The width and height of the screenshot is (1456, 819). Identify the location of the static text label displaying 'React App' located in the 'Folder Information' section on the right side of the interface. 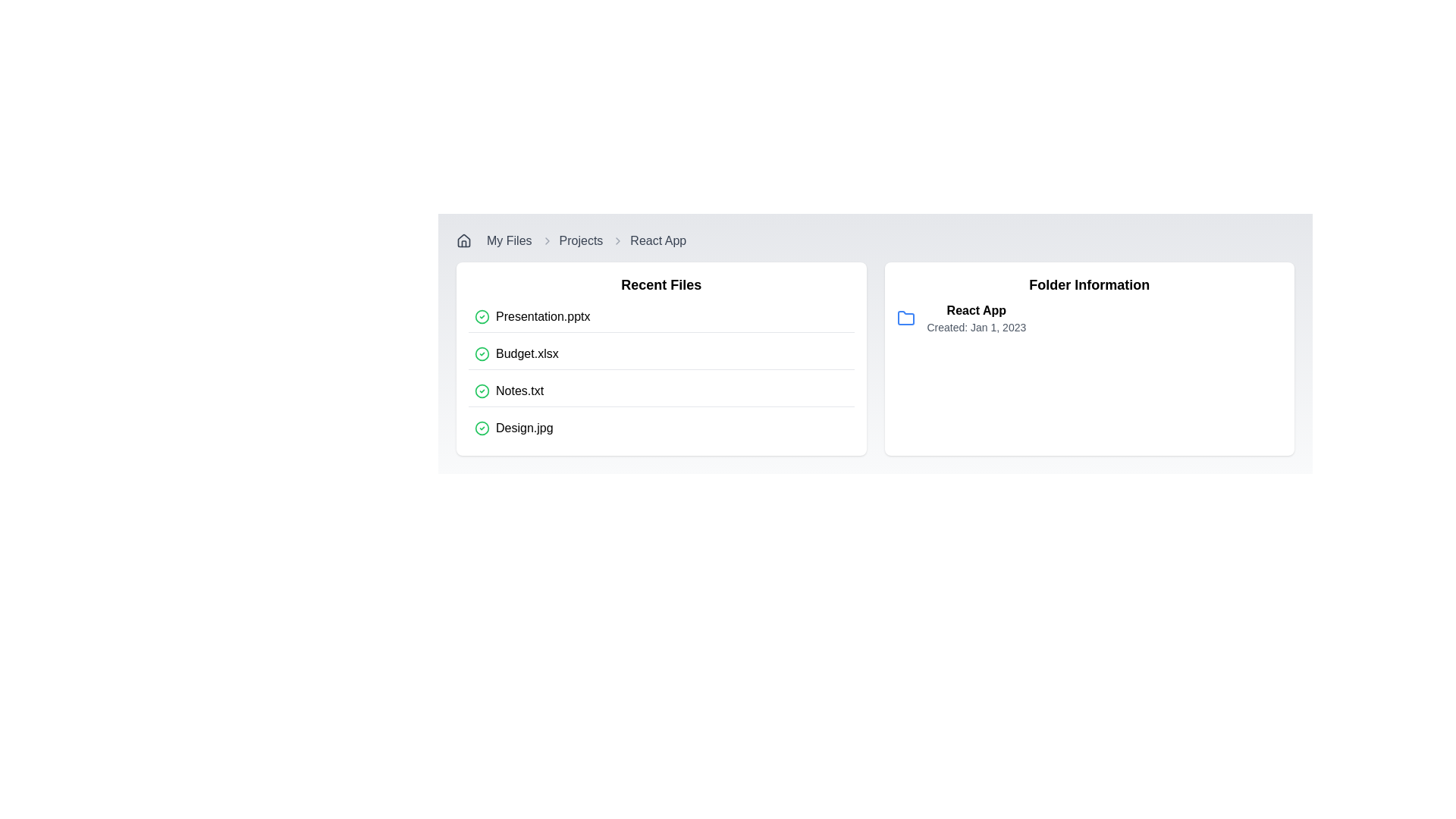
(976, 309).